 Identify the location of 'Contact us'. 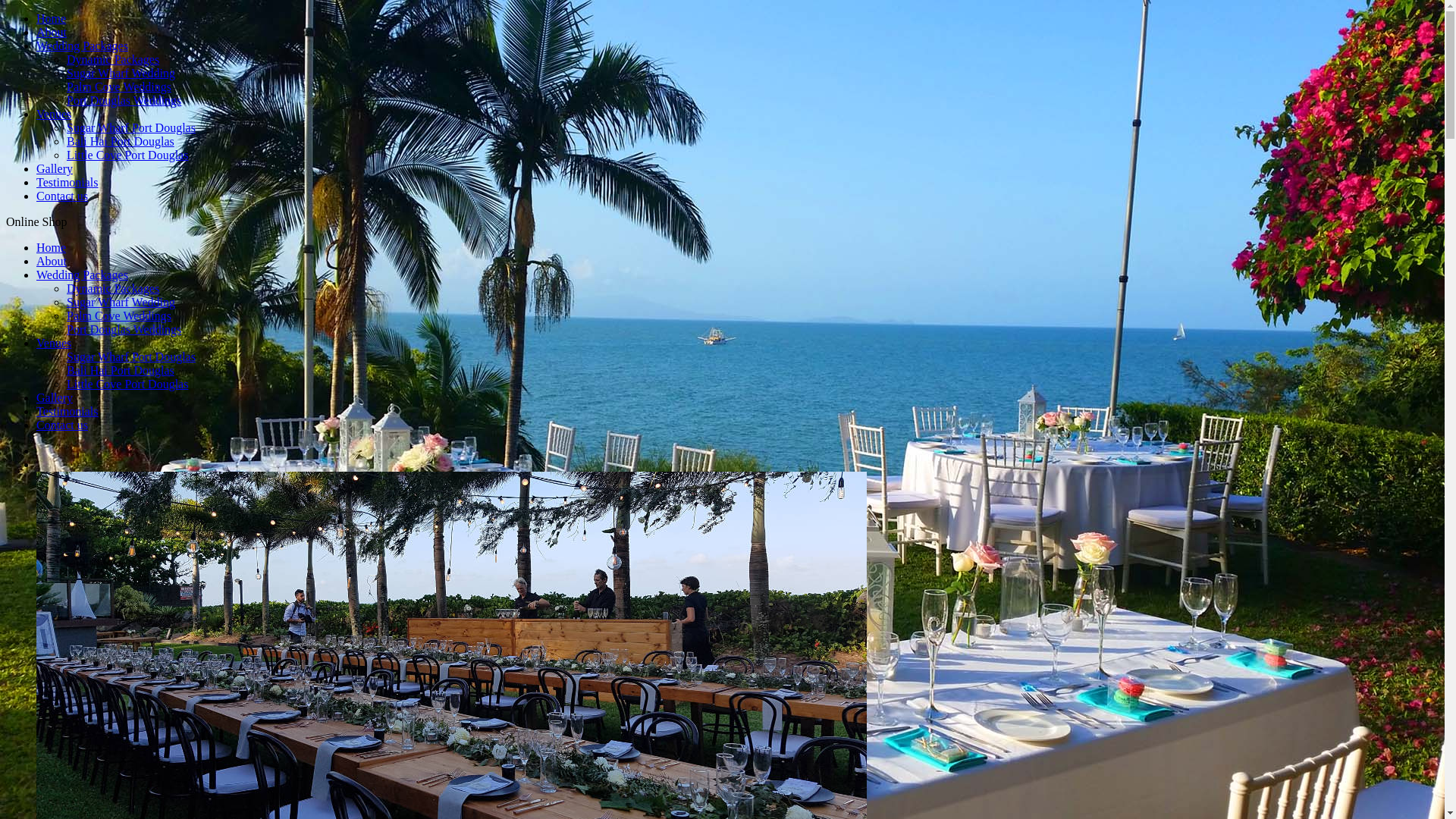
(61, 425).